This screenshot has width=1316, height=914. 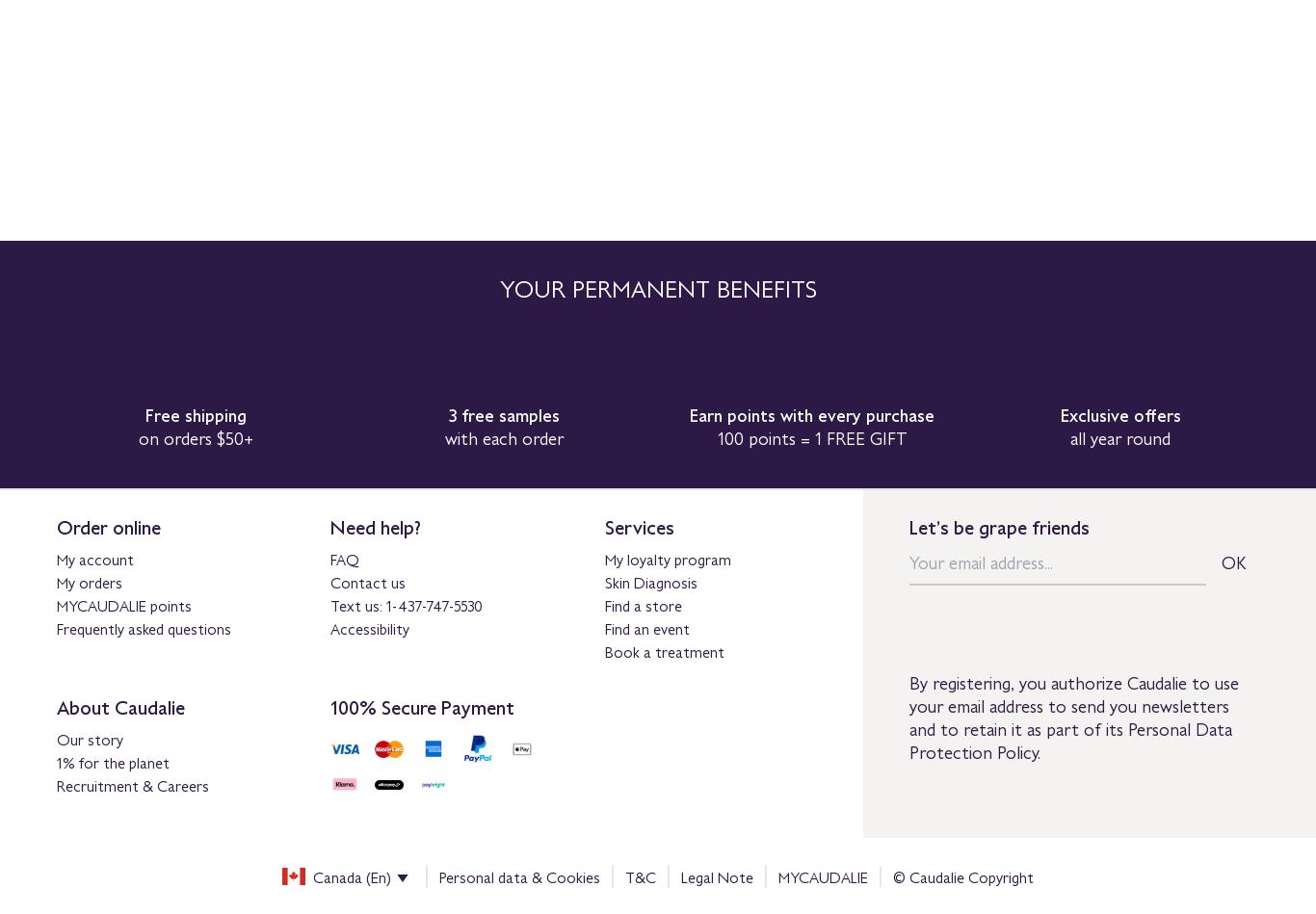 What do you see at coordinates (498, 286) in the screenshot?
I see `'YOUR PERMANENT BENEFITS'` at bounding box center [498, 286].